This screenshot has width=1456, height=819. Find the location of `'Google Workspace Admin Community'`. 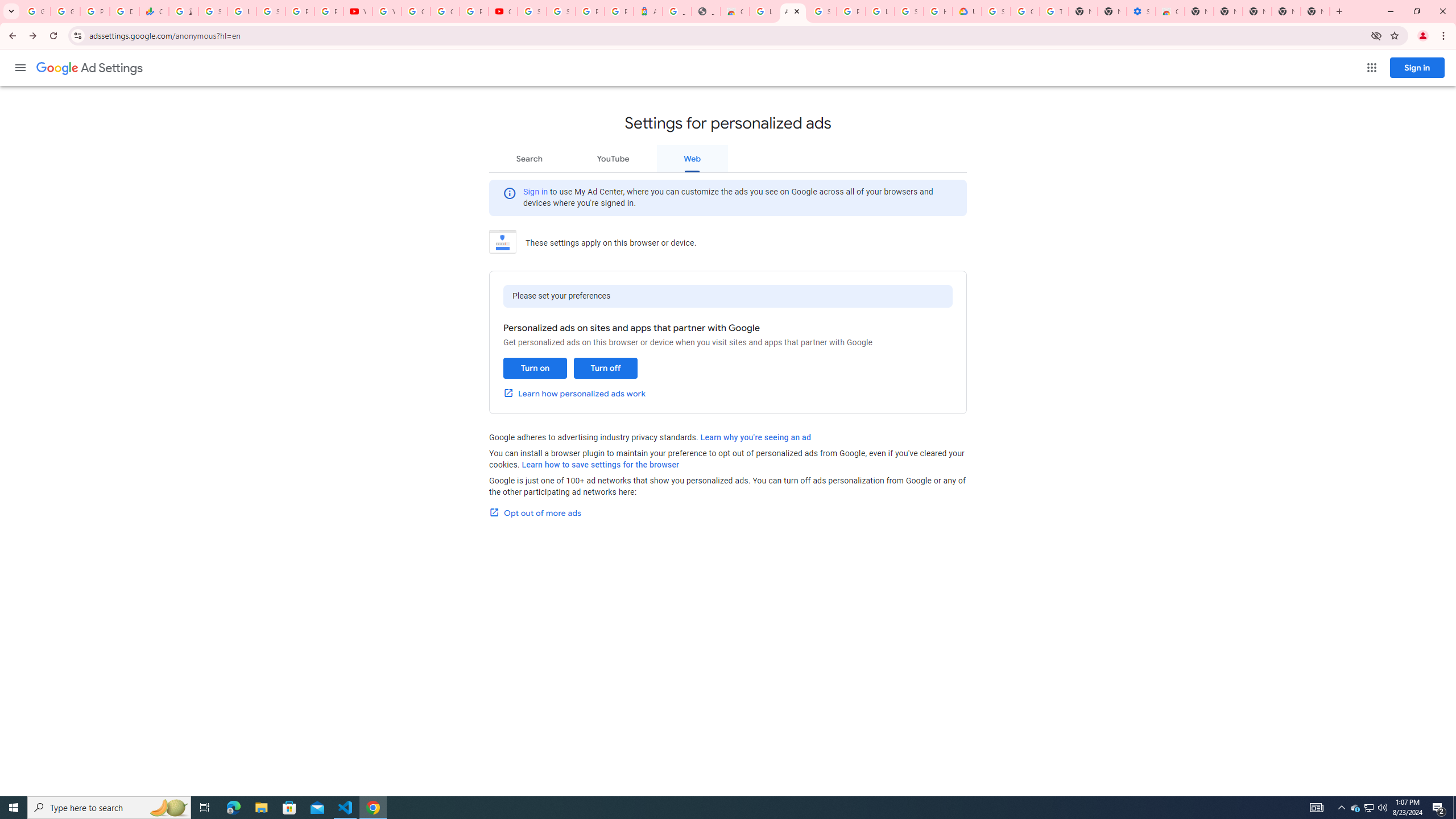

'Google Workspace Admin Community' is located at coordinates (35, 11).